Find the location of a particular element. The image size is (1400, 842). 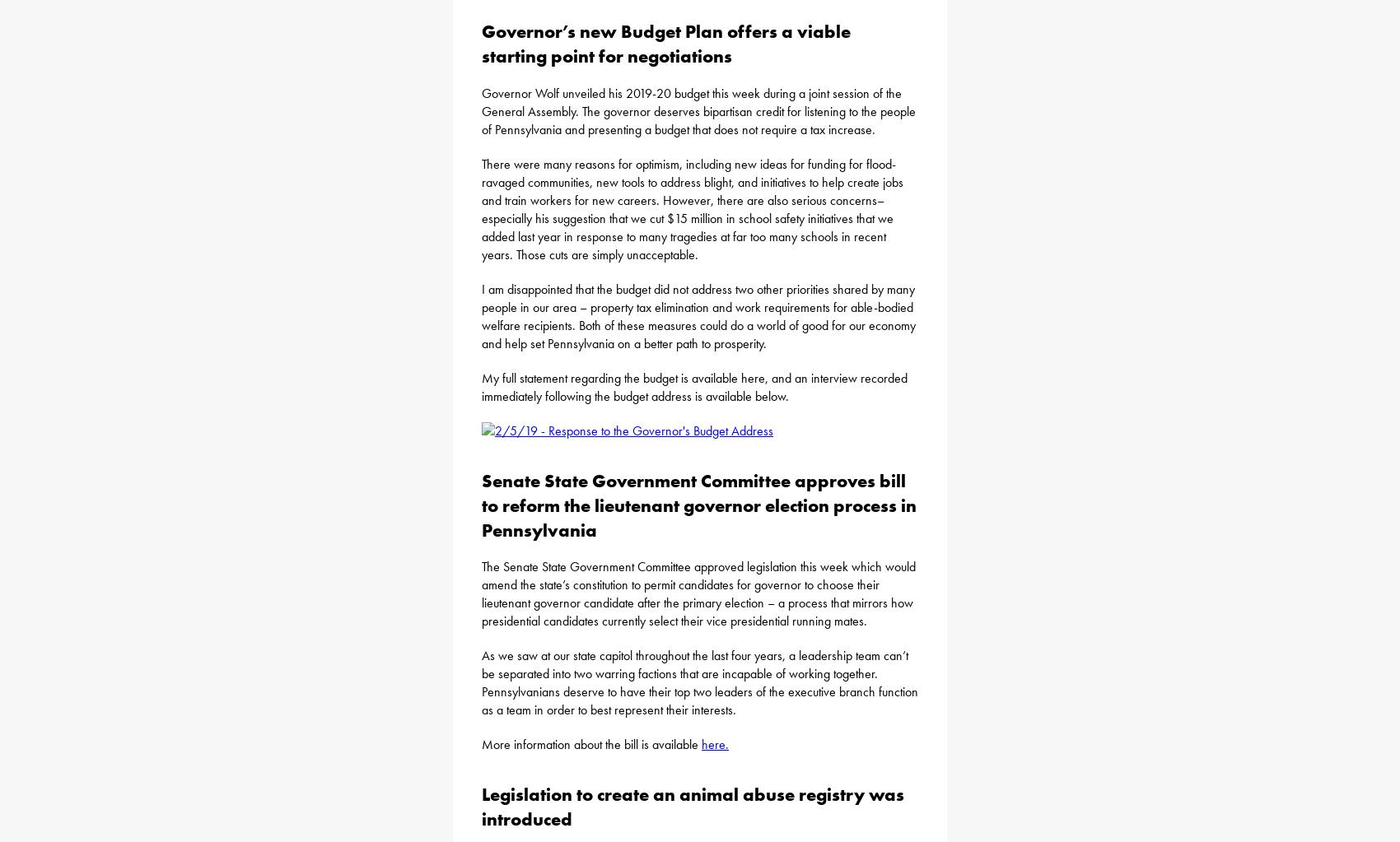

'Governor’s new Budget Plan offers a viable starting point for negotiations' is located at coordinates (665, 43).